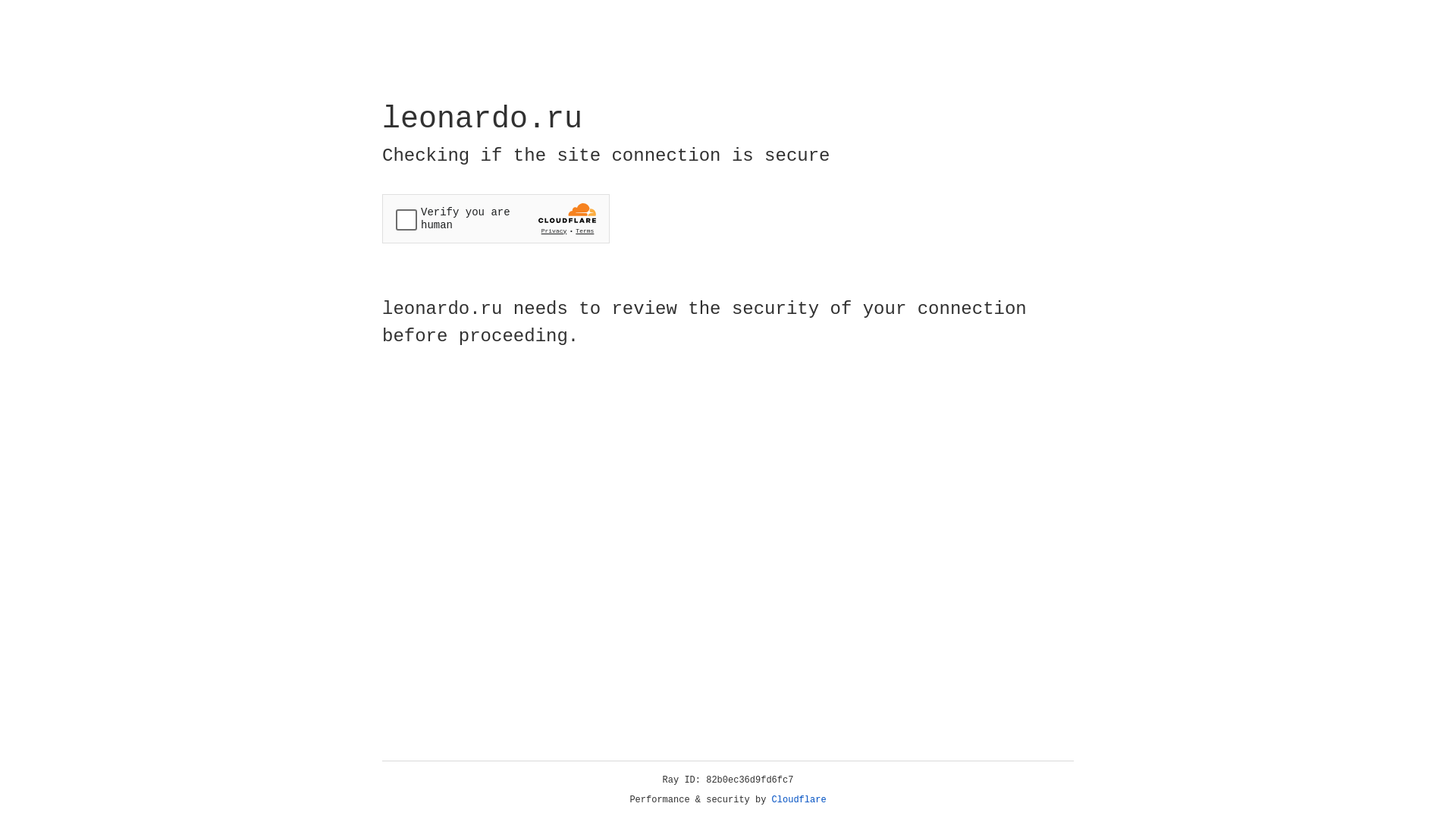  What do you see at coordinates (771, 799) in the screenshot?
I see `'Cloudflare'` at bounding box center [771, 799].